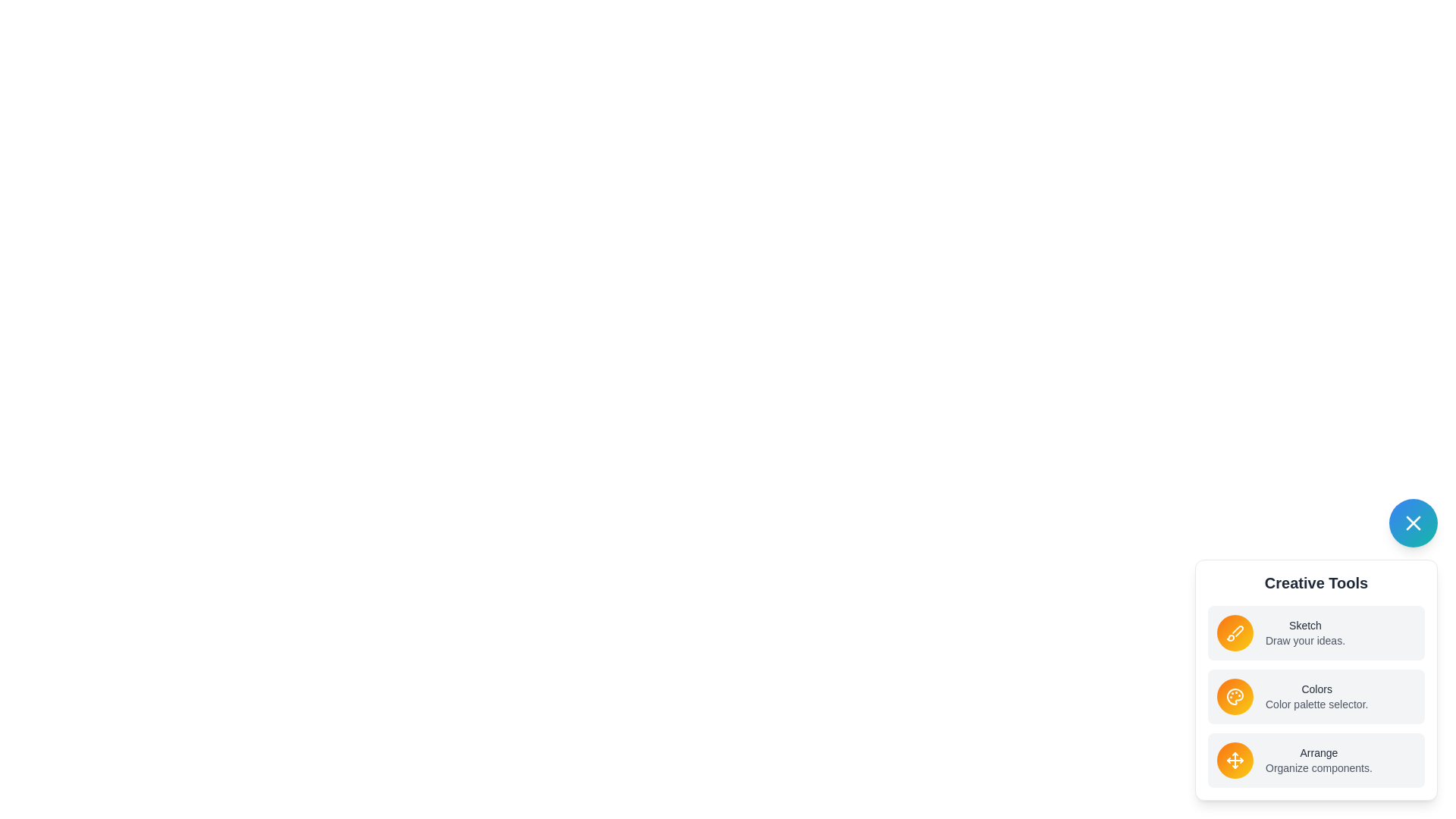 The height and width of the screenshot is (819, 1456). Describe the element at coordinates (1235, 696) in the screenshot. I see `the Colors icon to activate its functionality` at that location.